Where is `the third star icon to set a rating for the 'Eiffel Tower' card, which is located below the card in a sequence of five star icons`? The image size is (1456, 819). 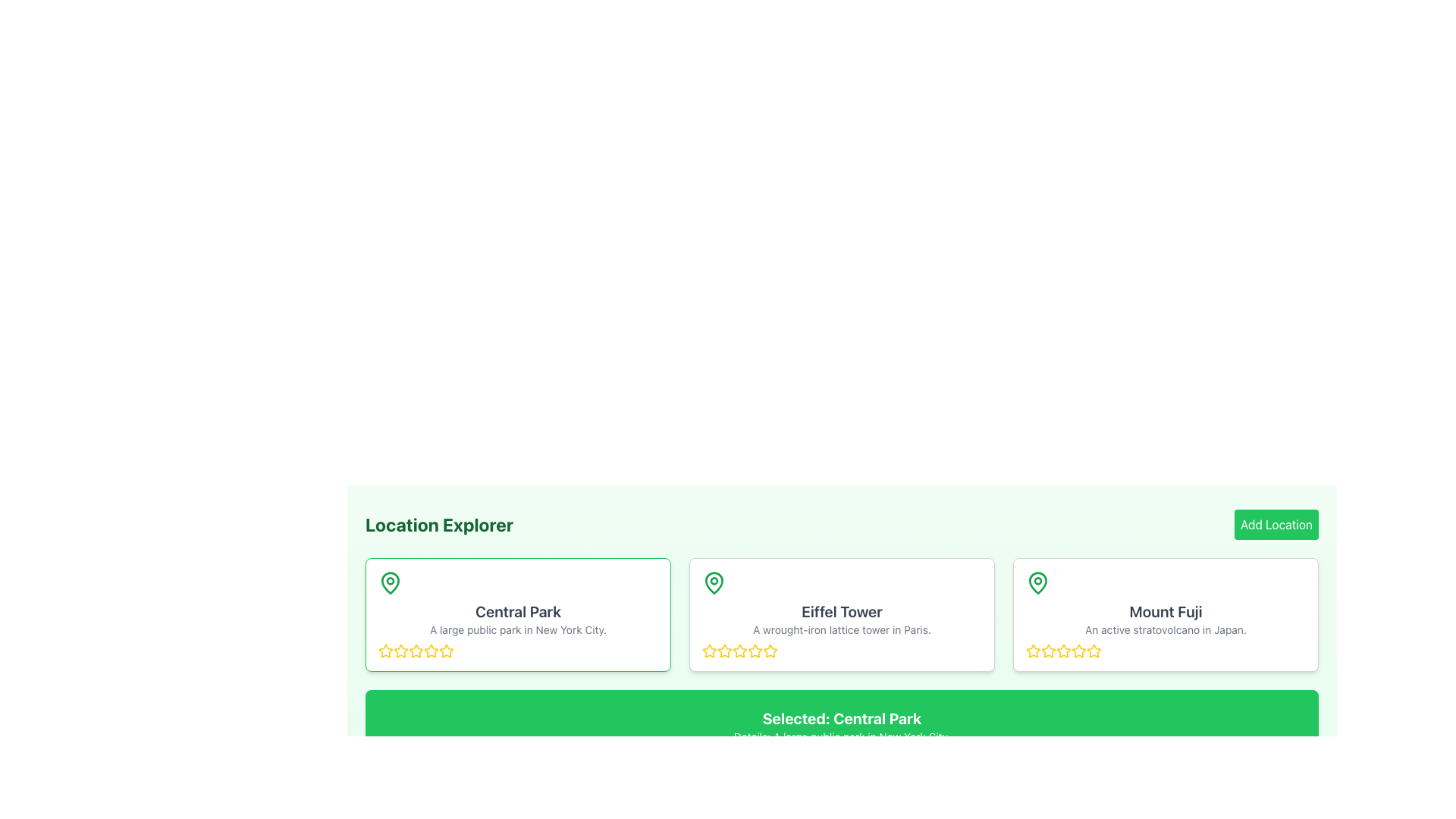
the third star icon to set a rating for the 'Eiffel Tower' card, which is located below the card in a sequence of five star icons is located at coordinates (723, 651).